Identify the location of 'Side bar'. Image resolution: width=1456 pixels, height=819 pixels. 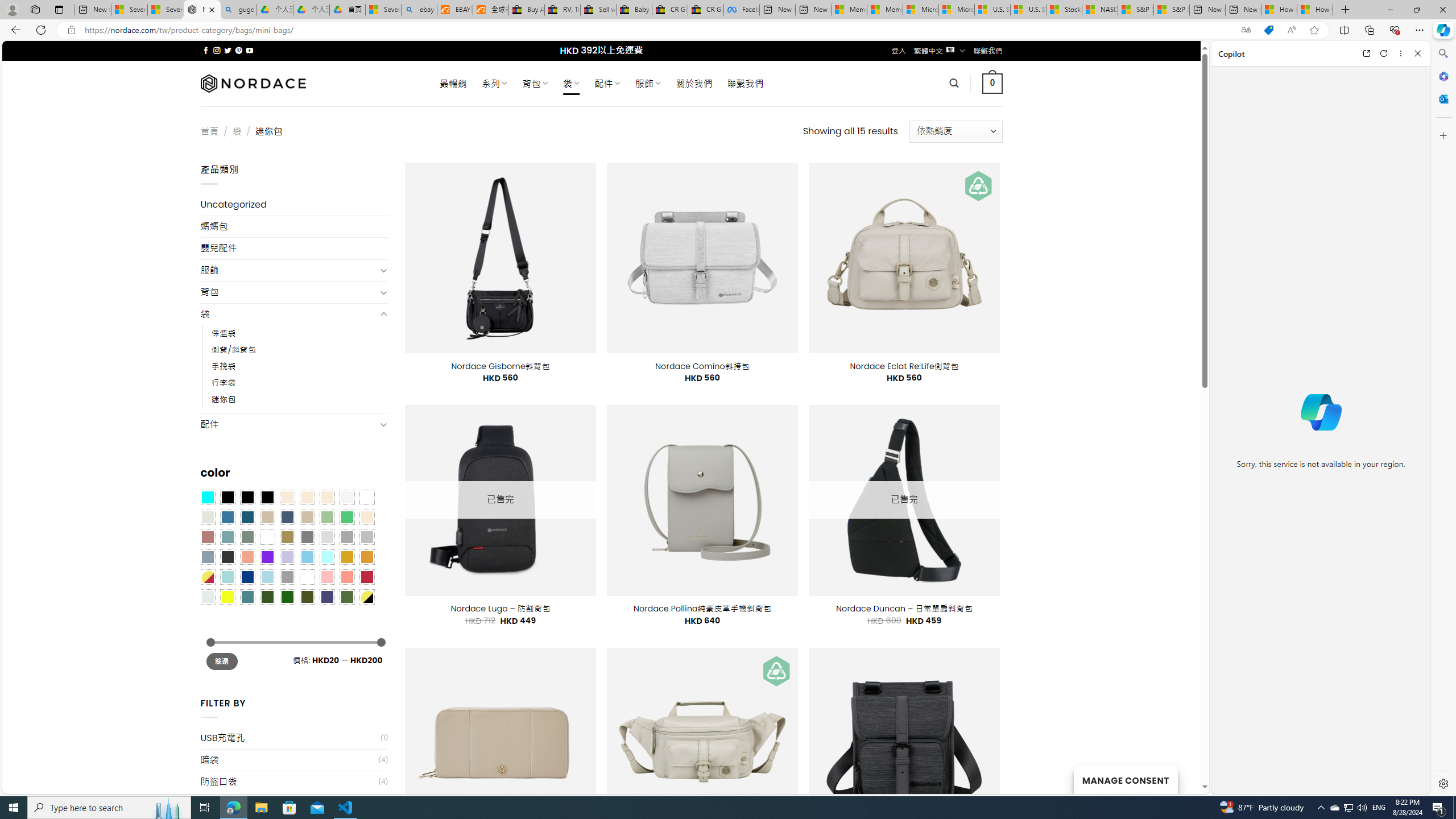
(1443, 418).